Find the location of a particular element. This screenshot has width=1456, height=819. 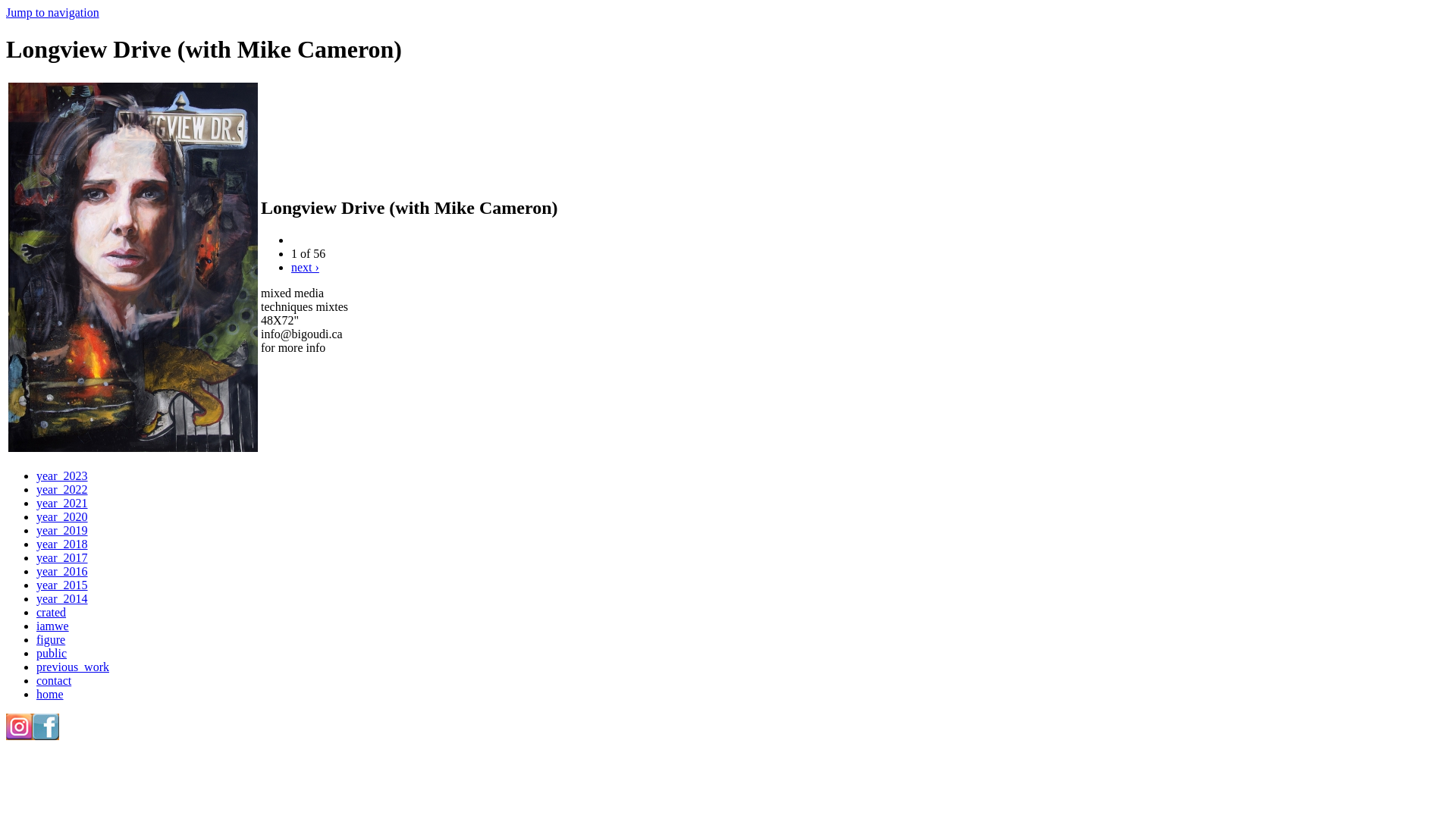

'previous_work' is located at coordinates (72, 666).